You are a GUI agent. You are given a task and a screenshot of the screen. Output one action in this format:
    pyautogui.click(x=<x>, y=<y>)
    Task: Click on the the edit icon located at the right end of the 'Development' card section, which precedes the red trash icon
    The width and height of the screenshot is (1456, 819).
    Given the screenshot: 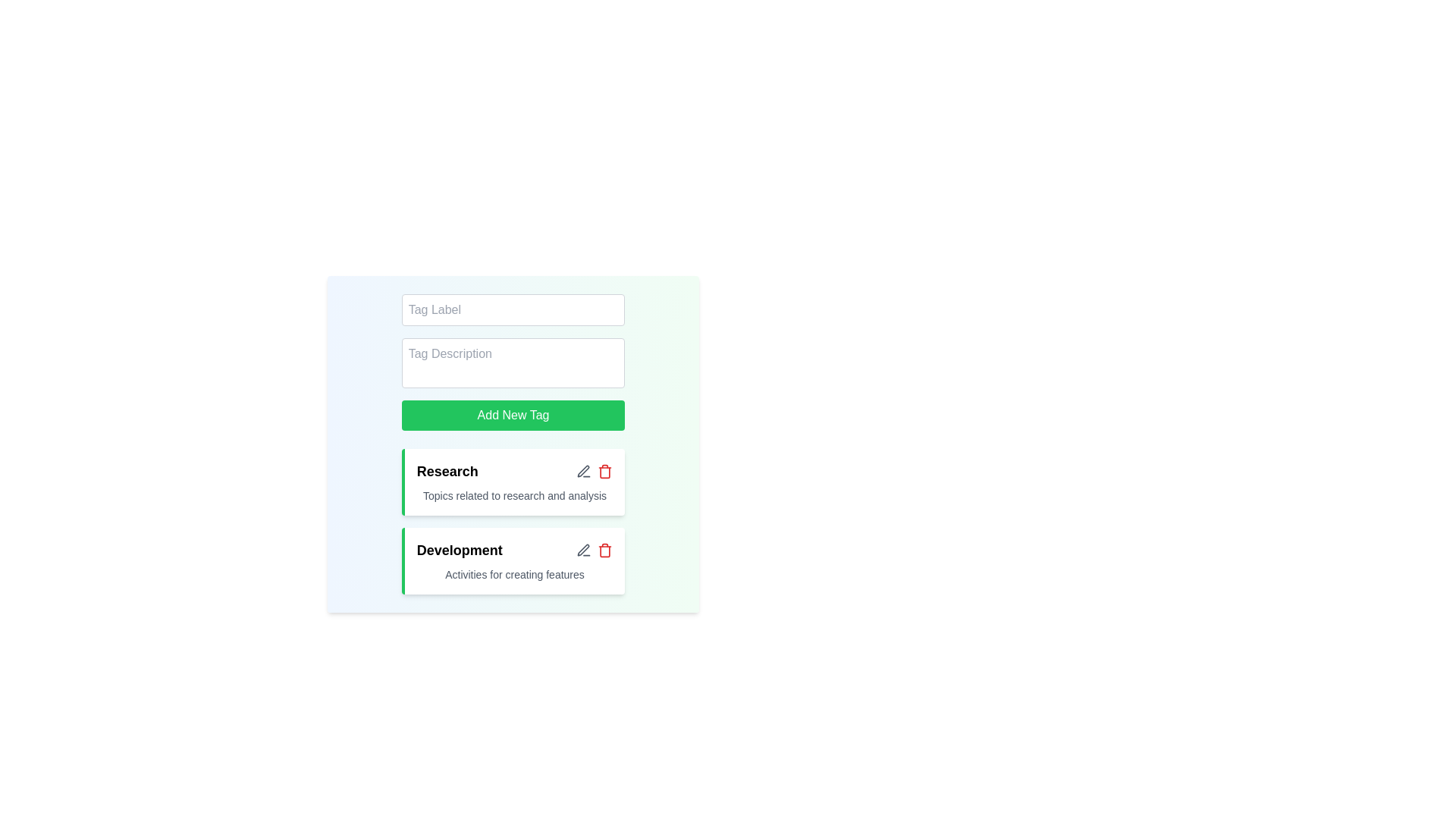 What is the action you would take?
    pyautogui.click(x=582, y=550)
    